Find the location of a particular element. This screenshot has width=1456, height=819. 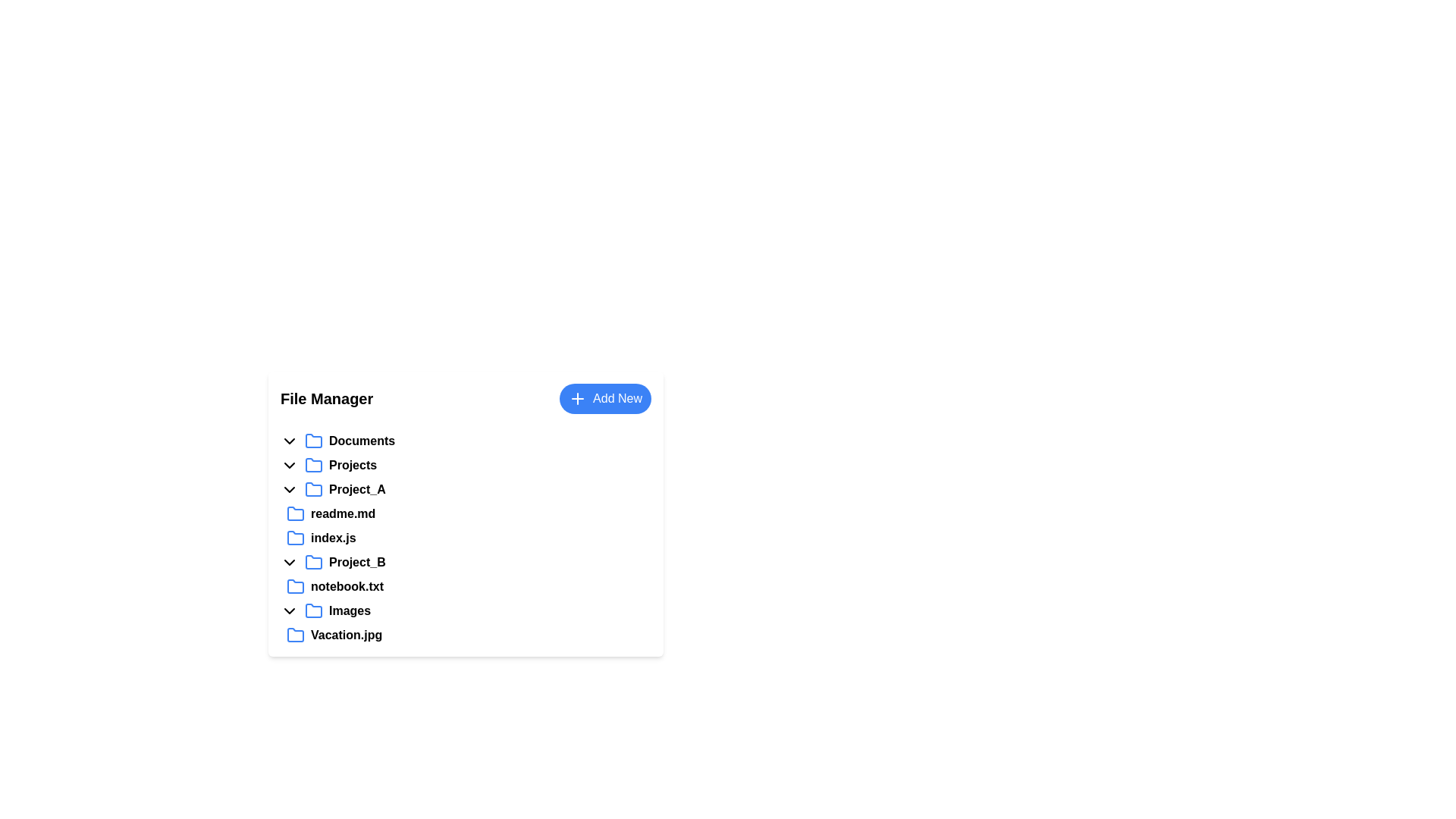

the 'Images' folder list item in the file manager is located at coordinates (465, 610).